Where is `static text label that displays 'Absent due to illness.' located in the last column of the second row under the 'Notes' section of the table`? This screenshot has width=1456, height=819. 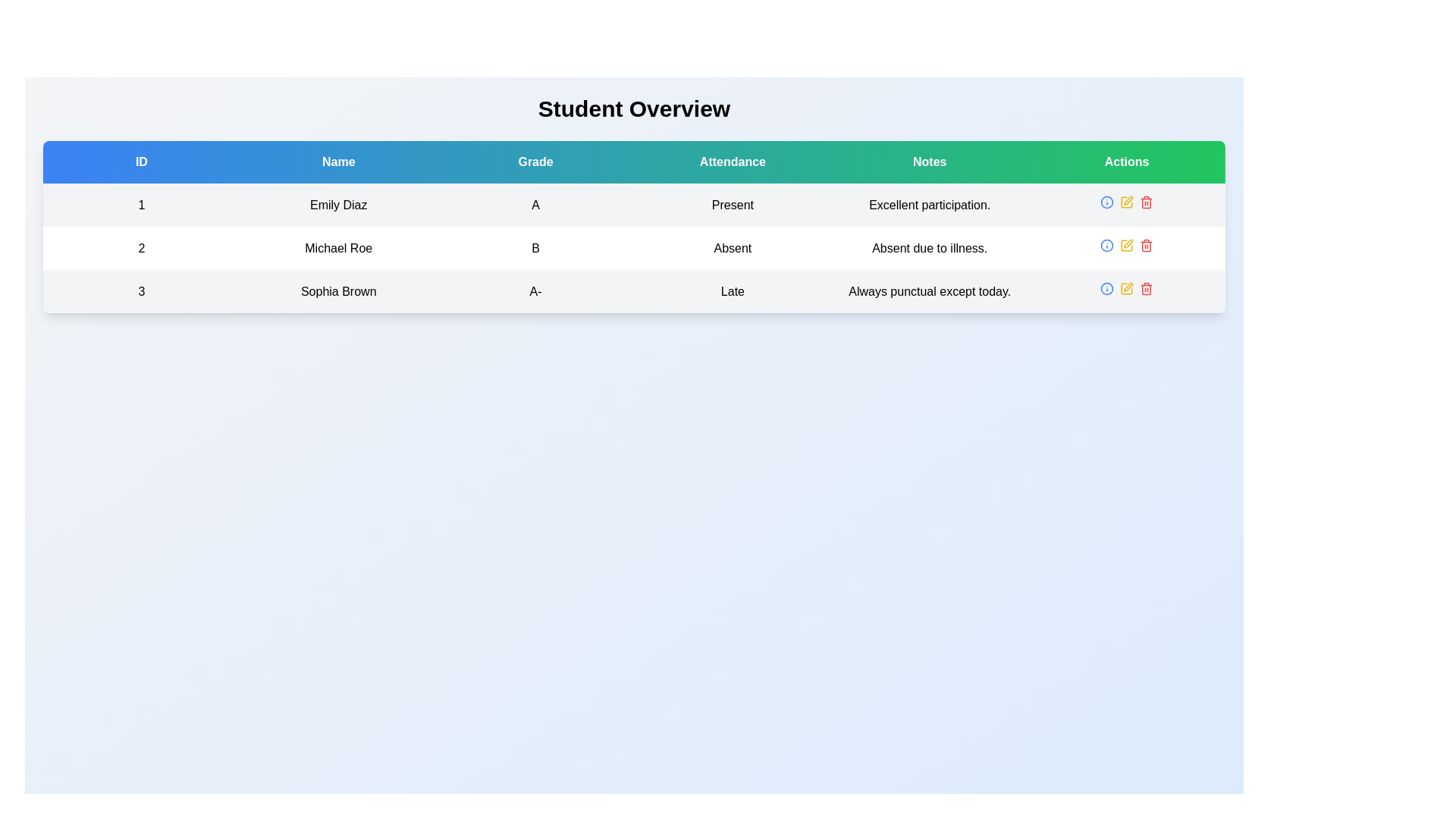 static text label that displays 'Absent due to illness.' located in the last column of the second row under the 'Notes' section of the table is located at coordinates (929, 247).